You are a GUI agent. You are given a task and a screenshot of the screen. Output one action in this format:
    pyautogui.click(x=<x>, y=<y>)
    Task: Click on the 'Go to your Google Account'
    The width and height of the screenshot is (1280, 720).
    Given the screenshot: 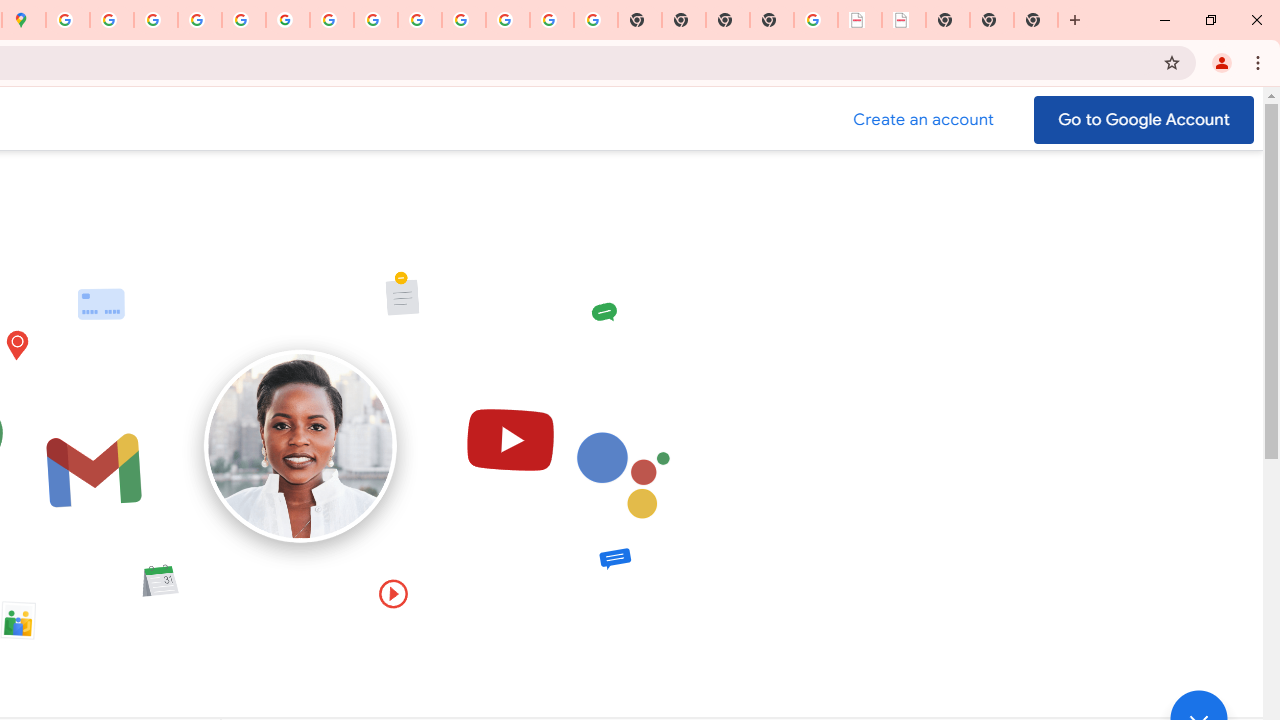 What is the action you would take?
    pyautogui.click(x=1144, y=119)
    